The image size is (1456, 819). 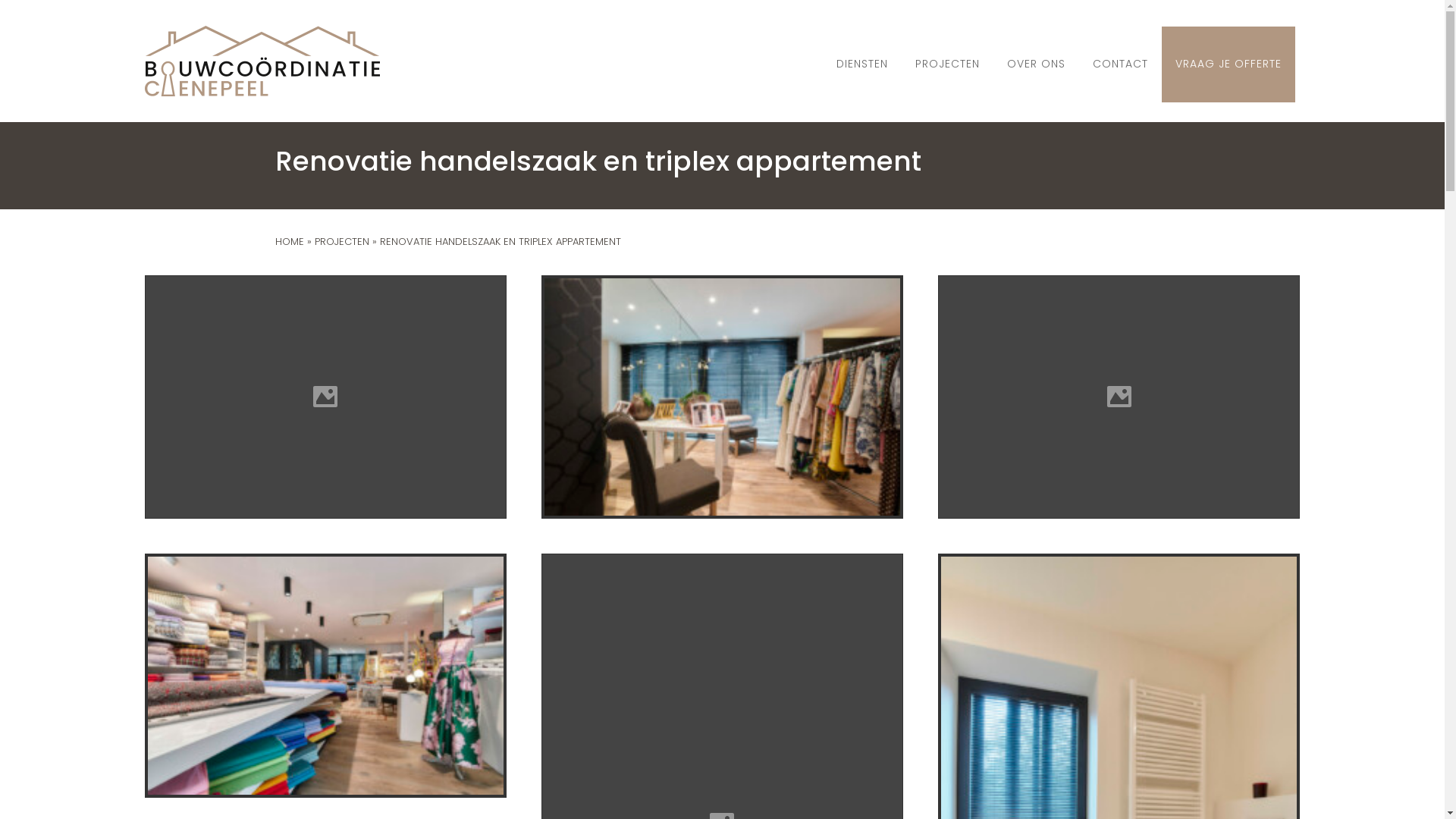 I want to click on 'PROJECTEN', so click(x=946, y=63).